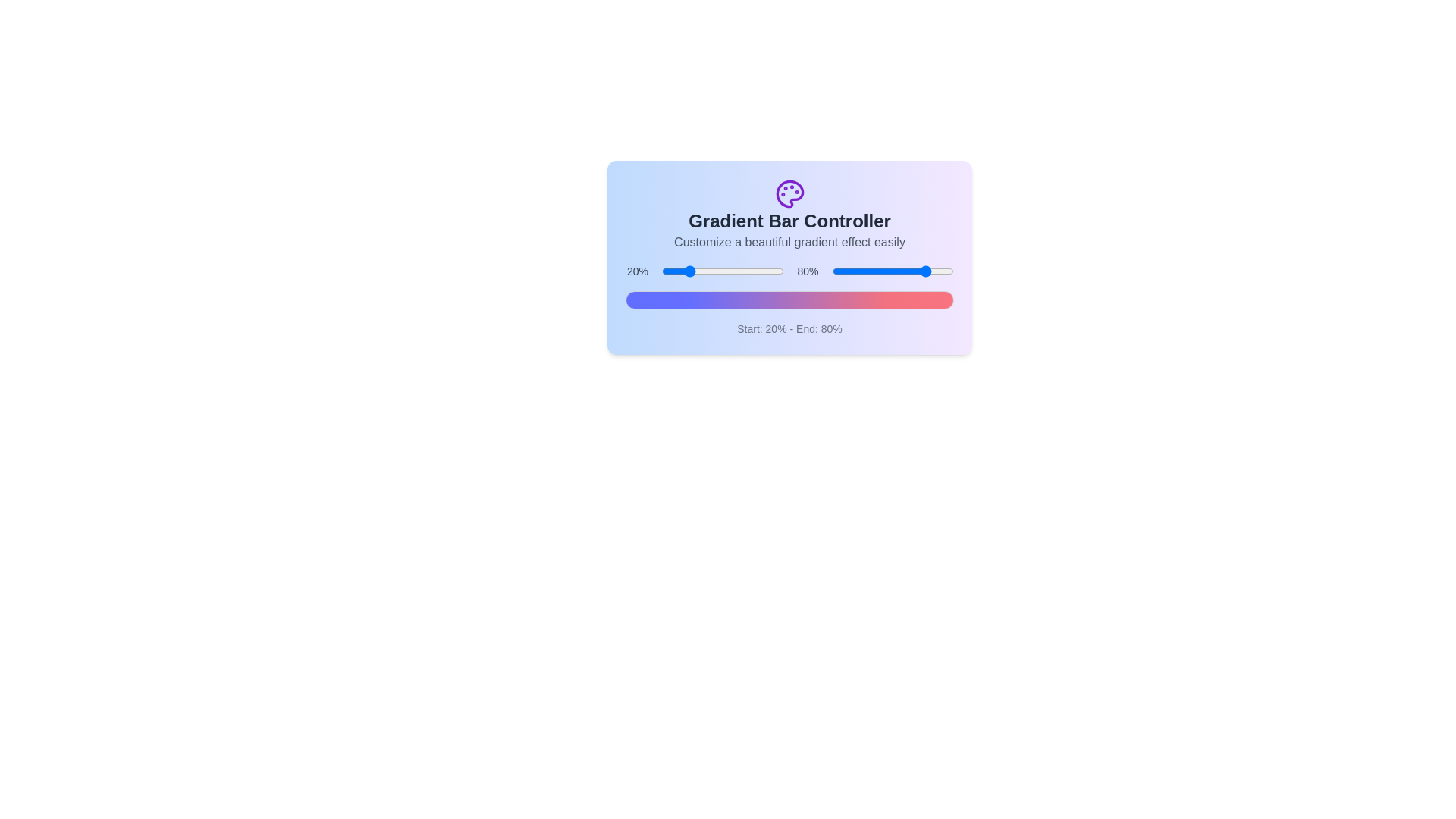  I want to click on the start percentage slider to 82%, so click(761, 271).